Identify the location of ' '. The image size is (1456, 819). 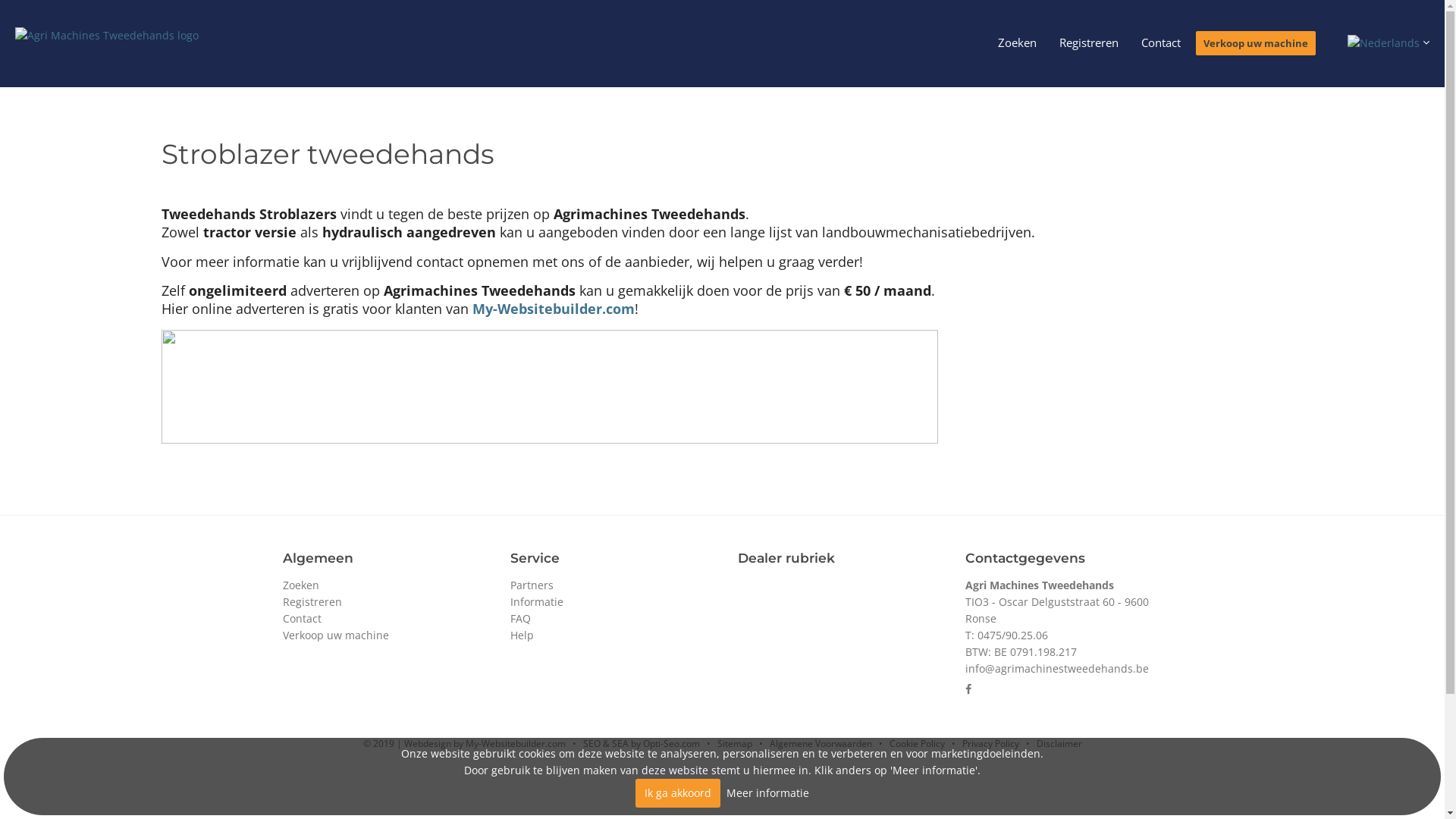
(1387, 40).